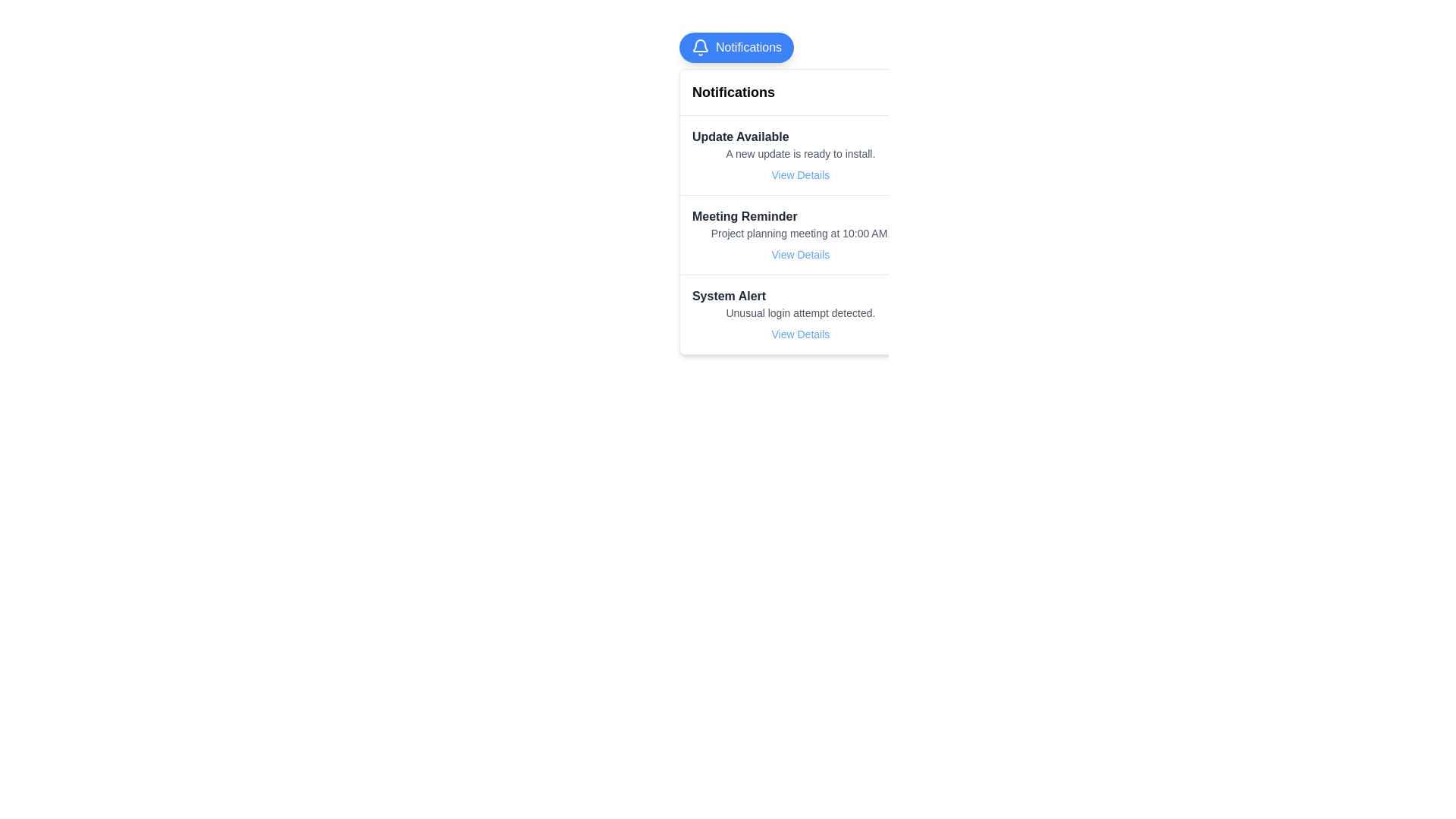 The height and width of the screenshot is (819, 1456). I want to click on the title text label of the third notification segment in the 'Notifications' panel, which is positioned between the 'Meeting Reminder' notification and its short description, so click(729, 296).